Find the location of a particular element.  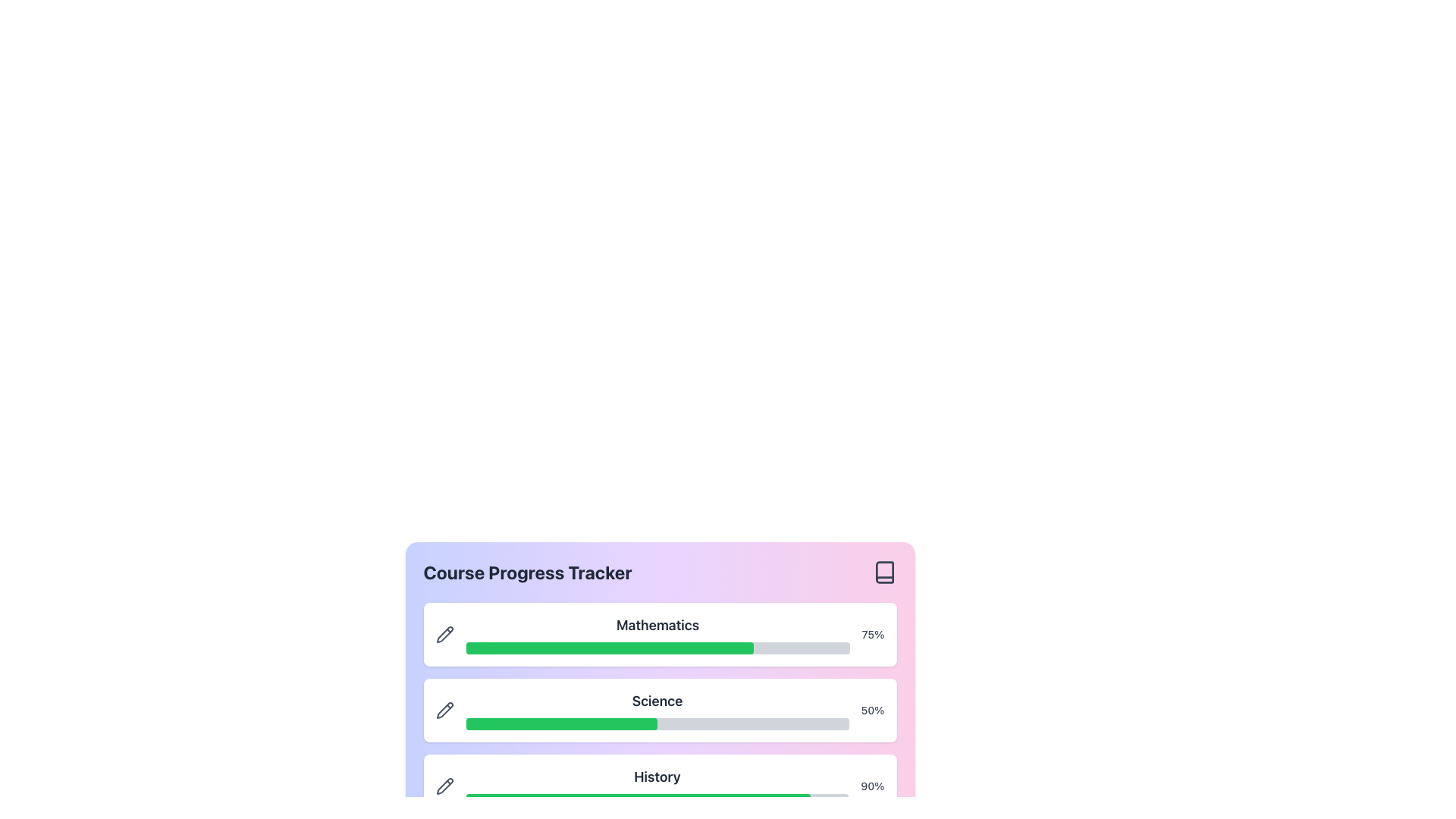

the visual representation of the progress on the rectangular progress bar located in the 'Mathematics' section of the progress tracker interface, which shows approximately 75% completion with a green foreground and gray background is located at coordinates (657, 648).